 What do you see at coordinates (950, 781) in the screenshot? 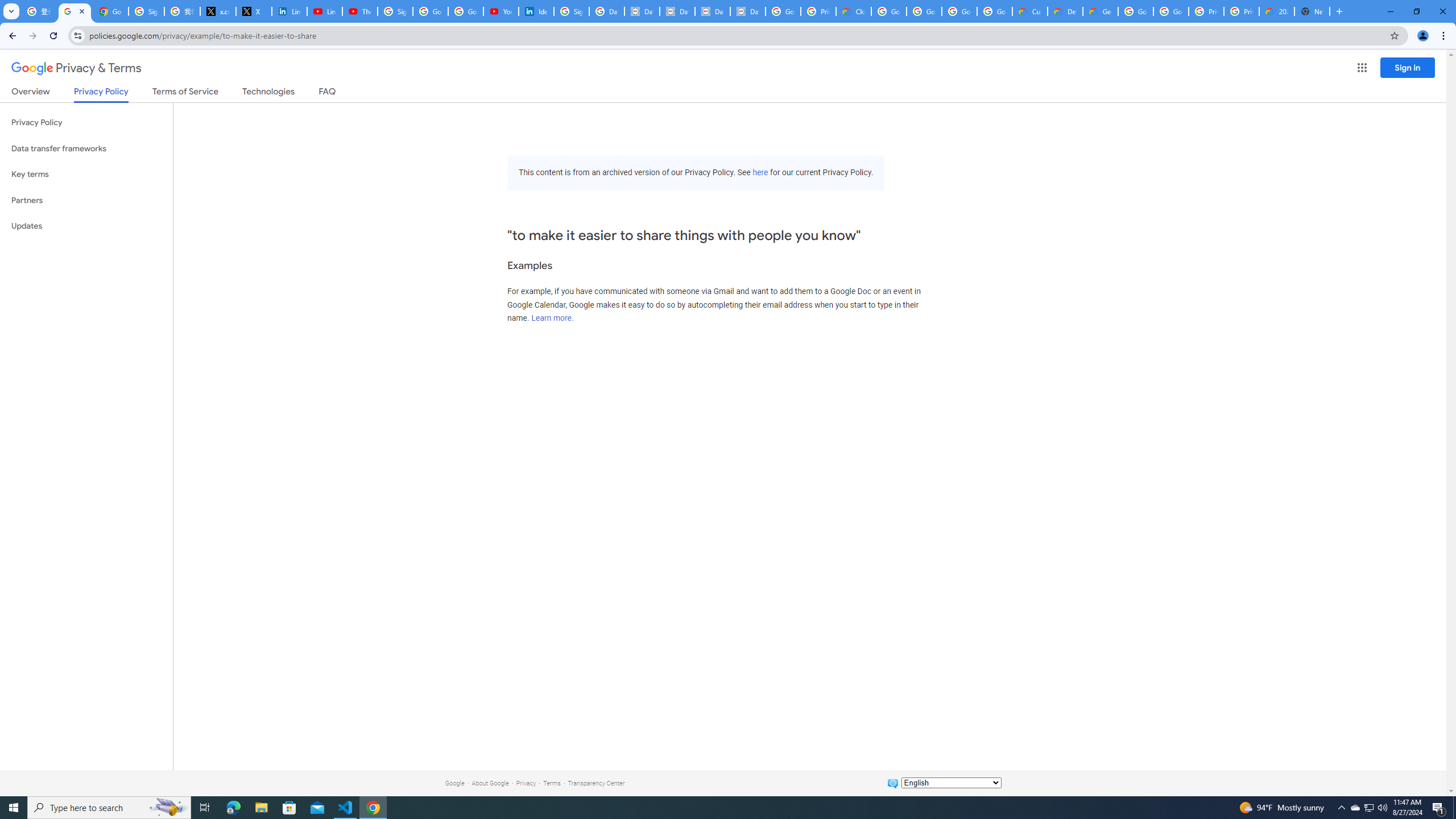
I see `'Change language:'` at bounding box center [950, 781].